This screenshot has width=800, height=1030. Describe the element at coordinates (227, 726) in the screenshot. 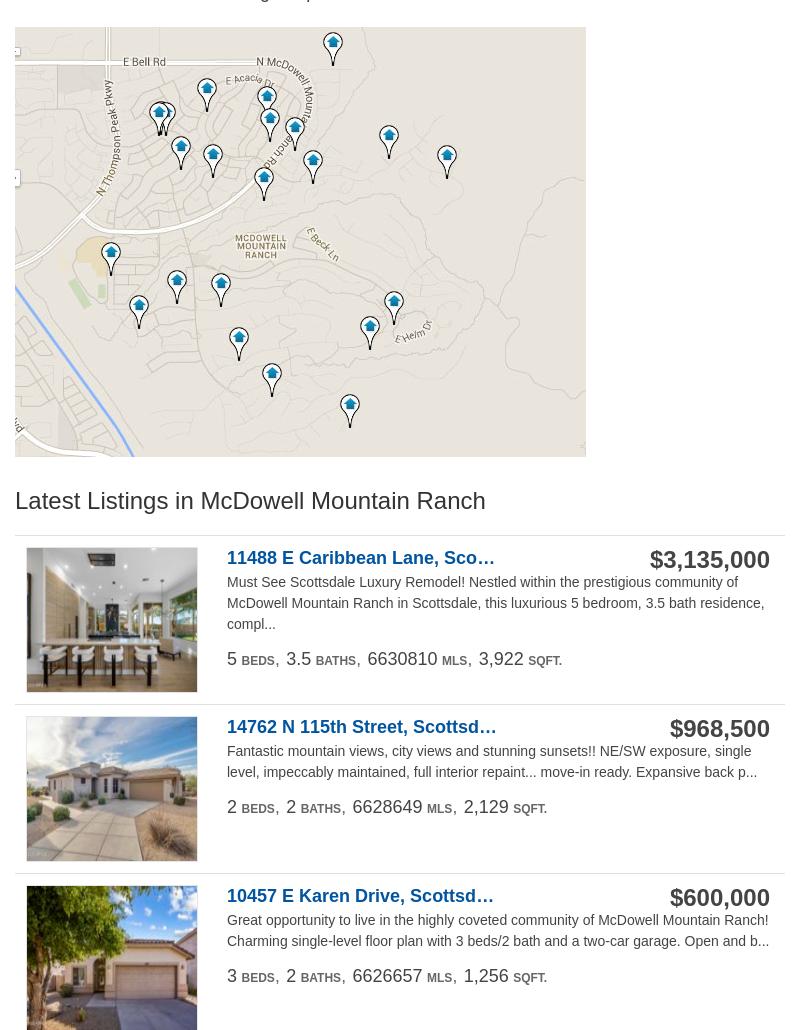

I see `'14762 N 115th Street, Scottsdale'` at that location.